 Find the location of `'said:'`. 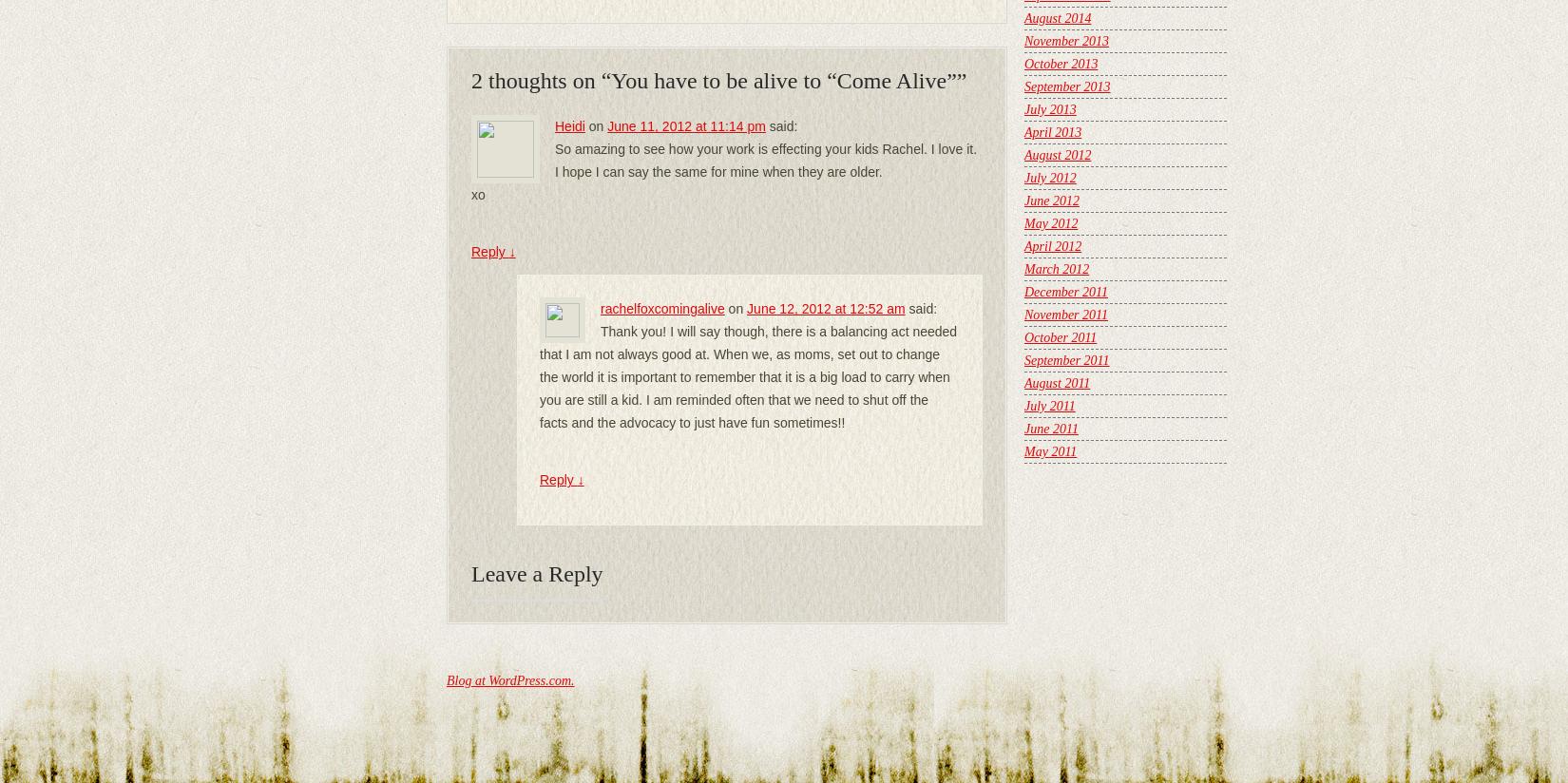

'said:' is located at coordinates (782, 125).